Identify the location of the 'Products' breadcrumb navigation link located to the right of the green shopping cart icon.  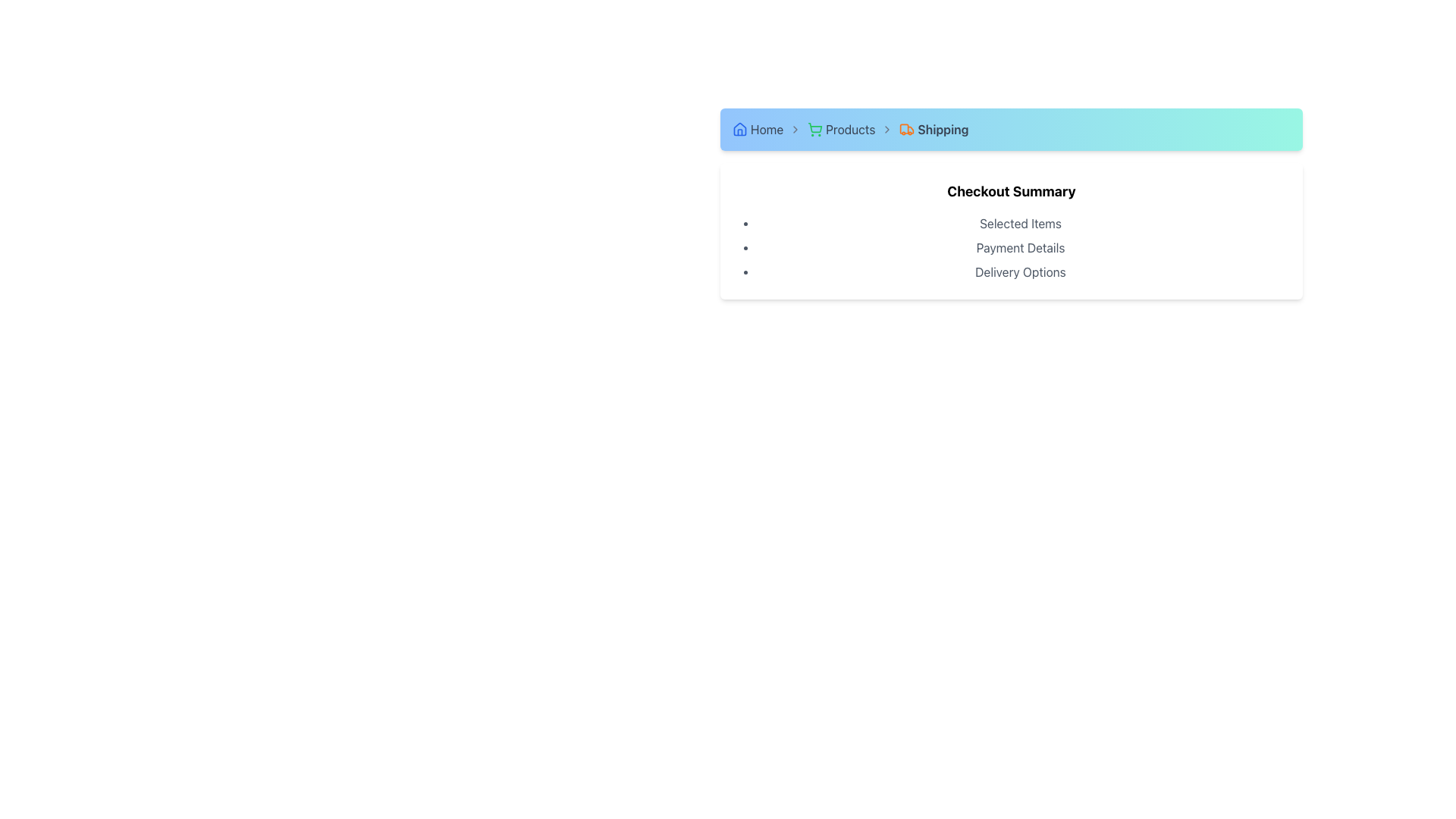
(850, 128).